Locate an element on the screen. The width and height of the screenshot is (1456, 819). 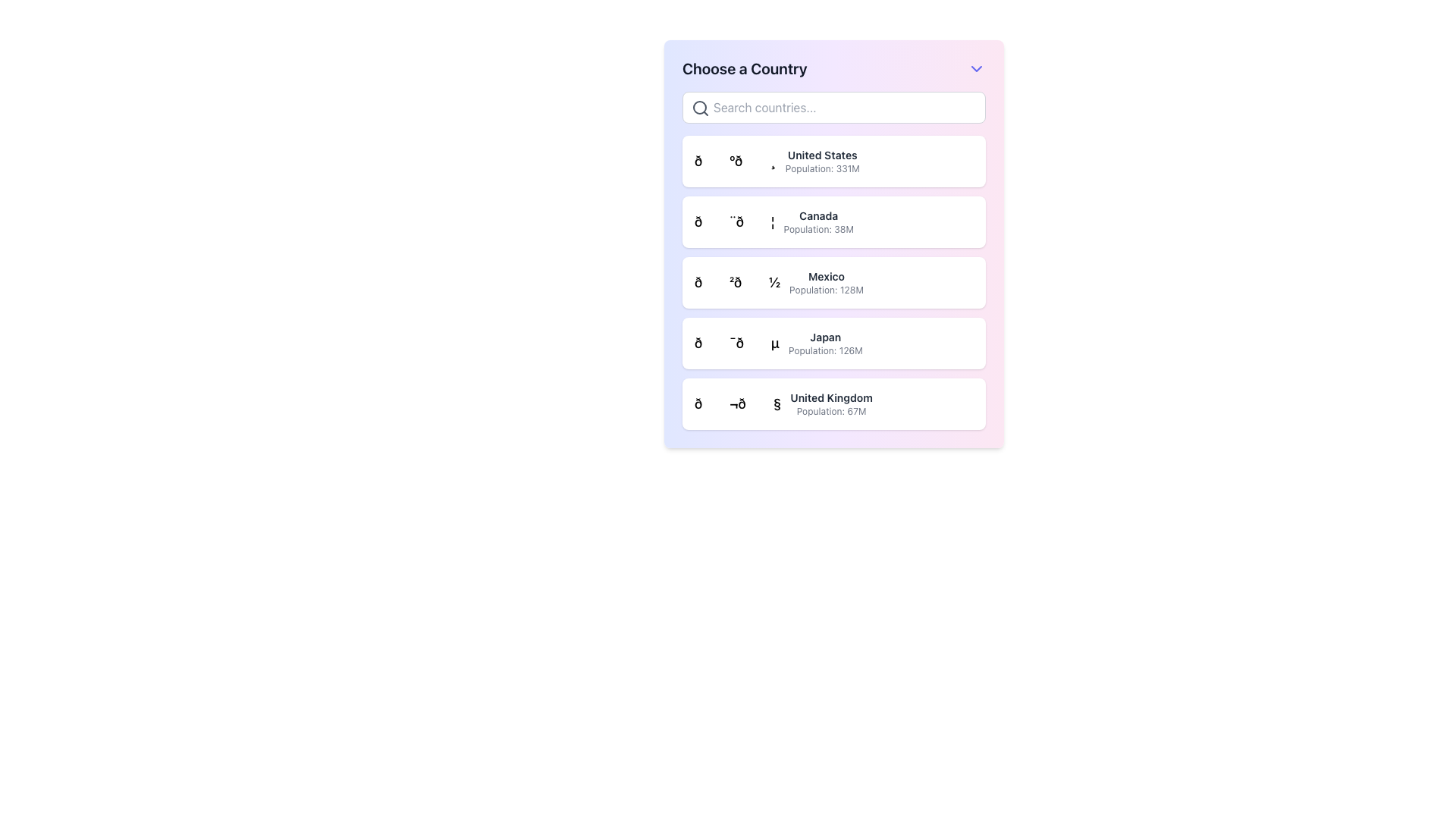
the informational list item for 'Canada', which features the Canadian flag icon and the label 'Canada' in bold dark text is located at coordinates (774, 222).